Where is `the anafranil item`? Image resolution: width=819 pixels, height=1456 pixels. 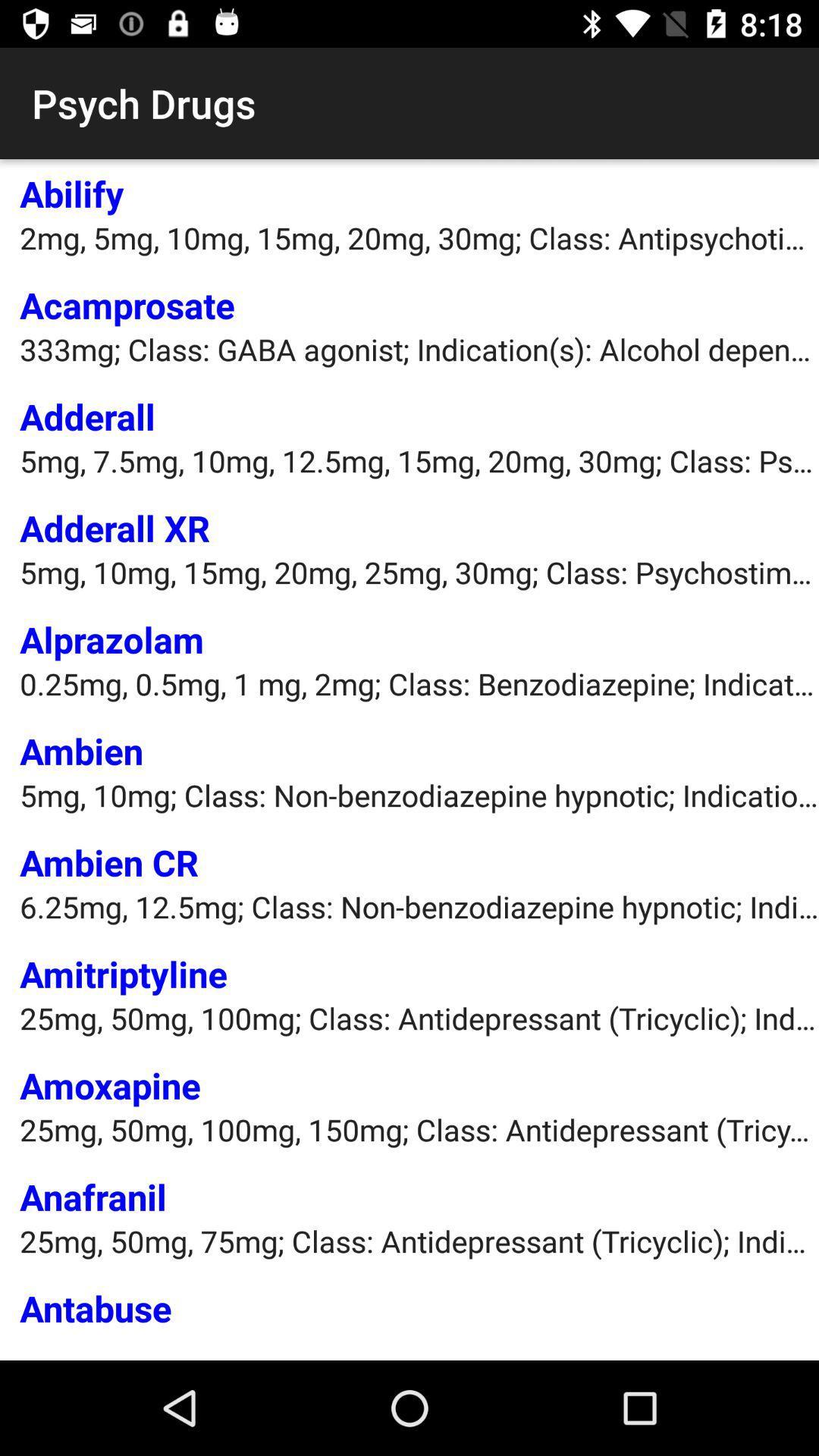 the anafranil item is located at coordinates (93, 1196).